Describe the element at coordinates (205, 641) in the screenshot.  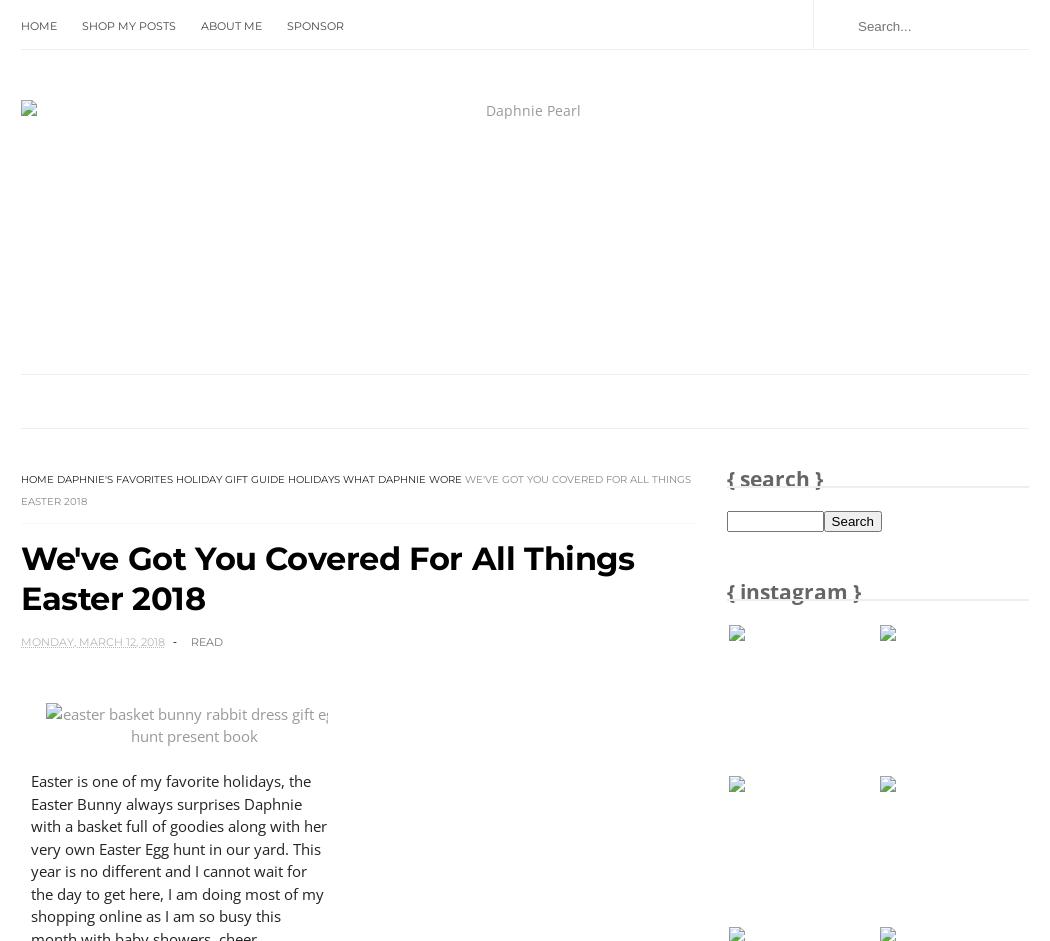
I see `'Read'` at that location.